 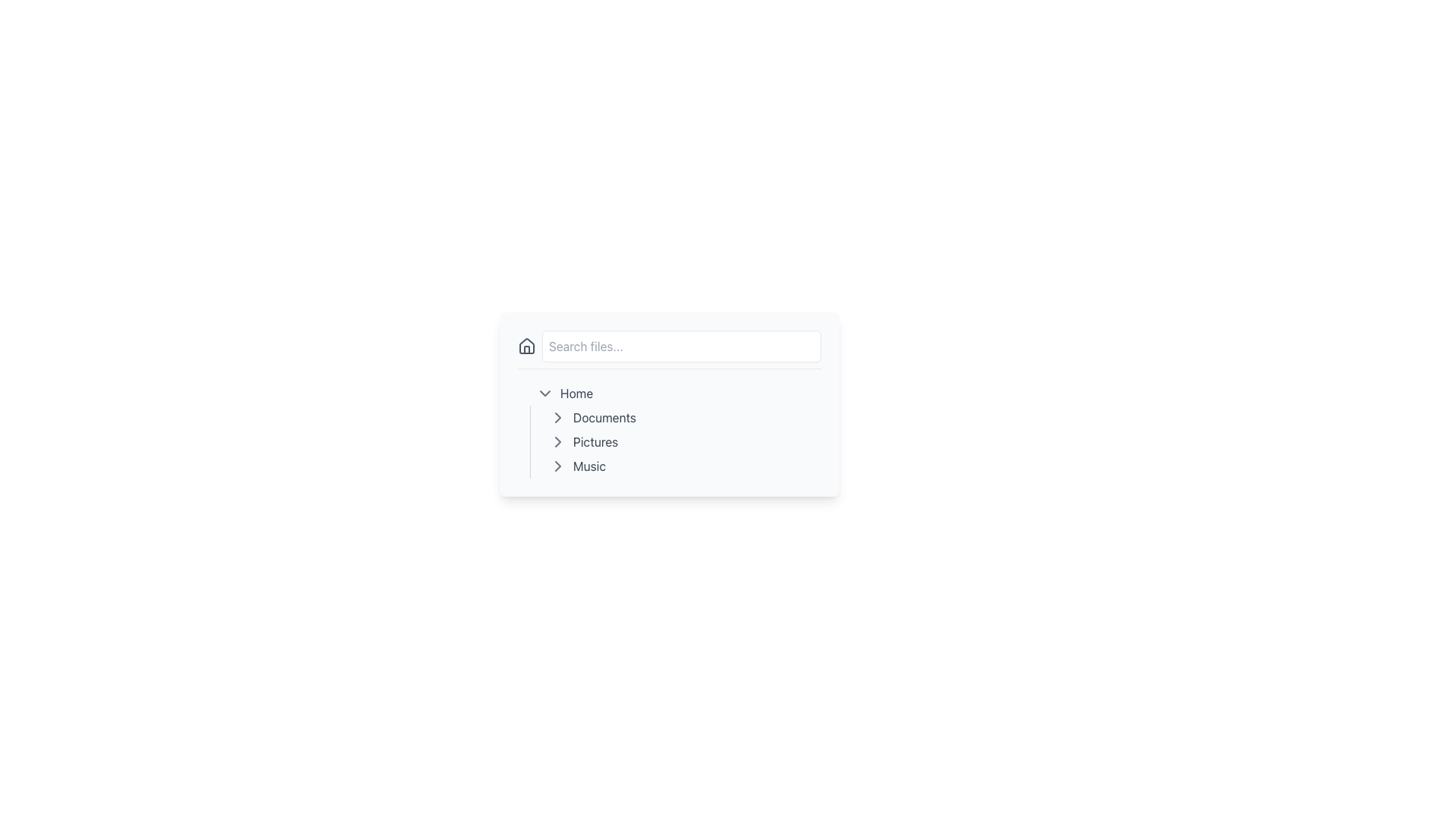 I want to click on the gray arrow icon pointing to the right, located in the navigation menu next to the 'Music' label, so click(x=557, y=465).